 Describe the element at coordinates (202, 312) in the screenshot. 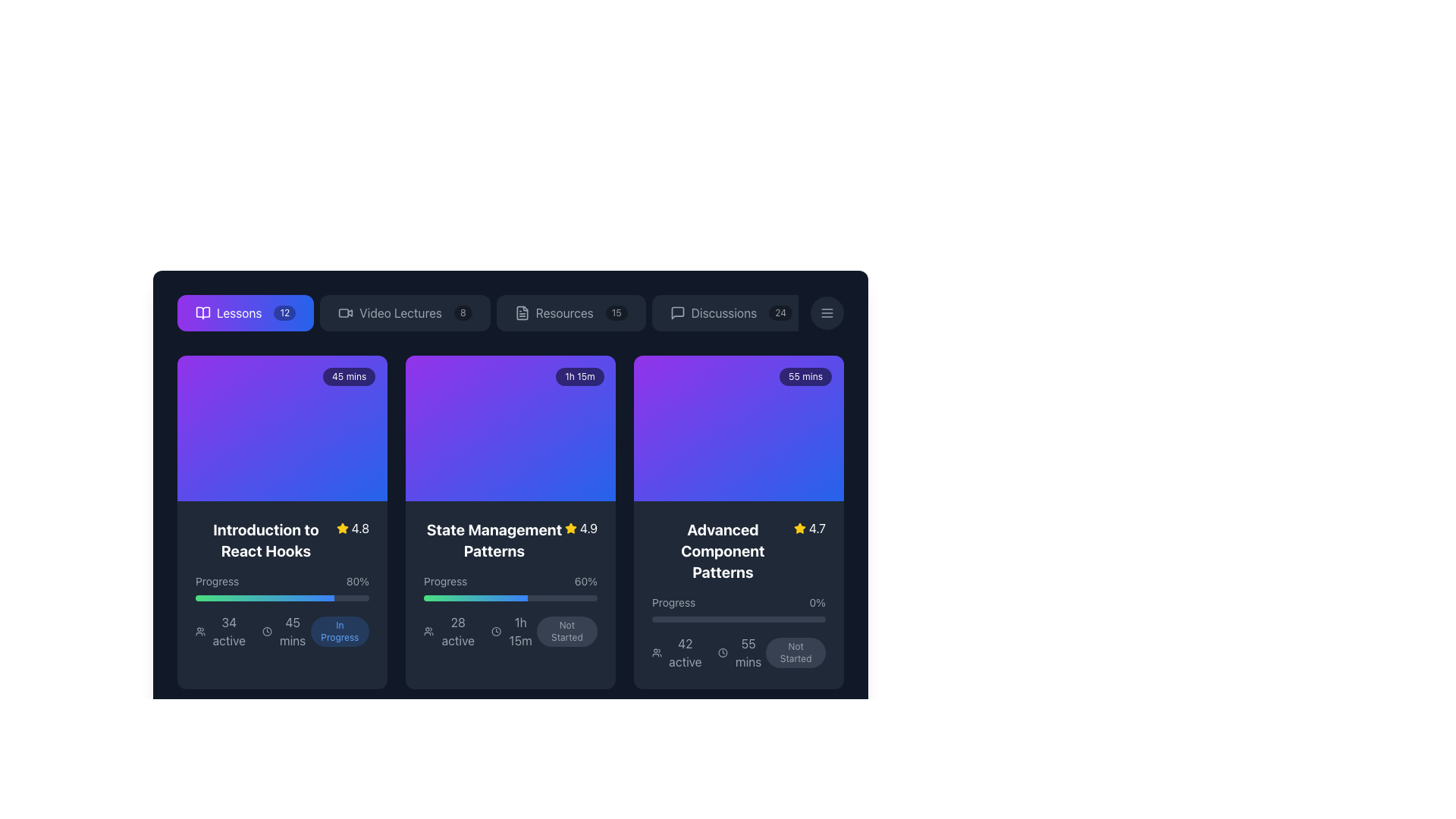

I see `the small open book icon with a thin outline on a purple background, located within the 'Lessons 12' button in the top-left section of the interface` at that location.